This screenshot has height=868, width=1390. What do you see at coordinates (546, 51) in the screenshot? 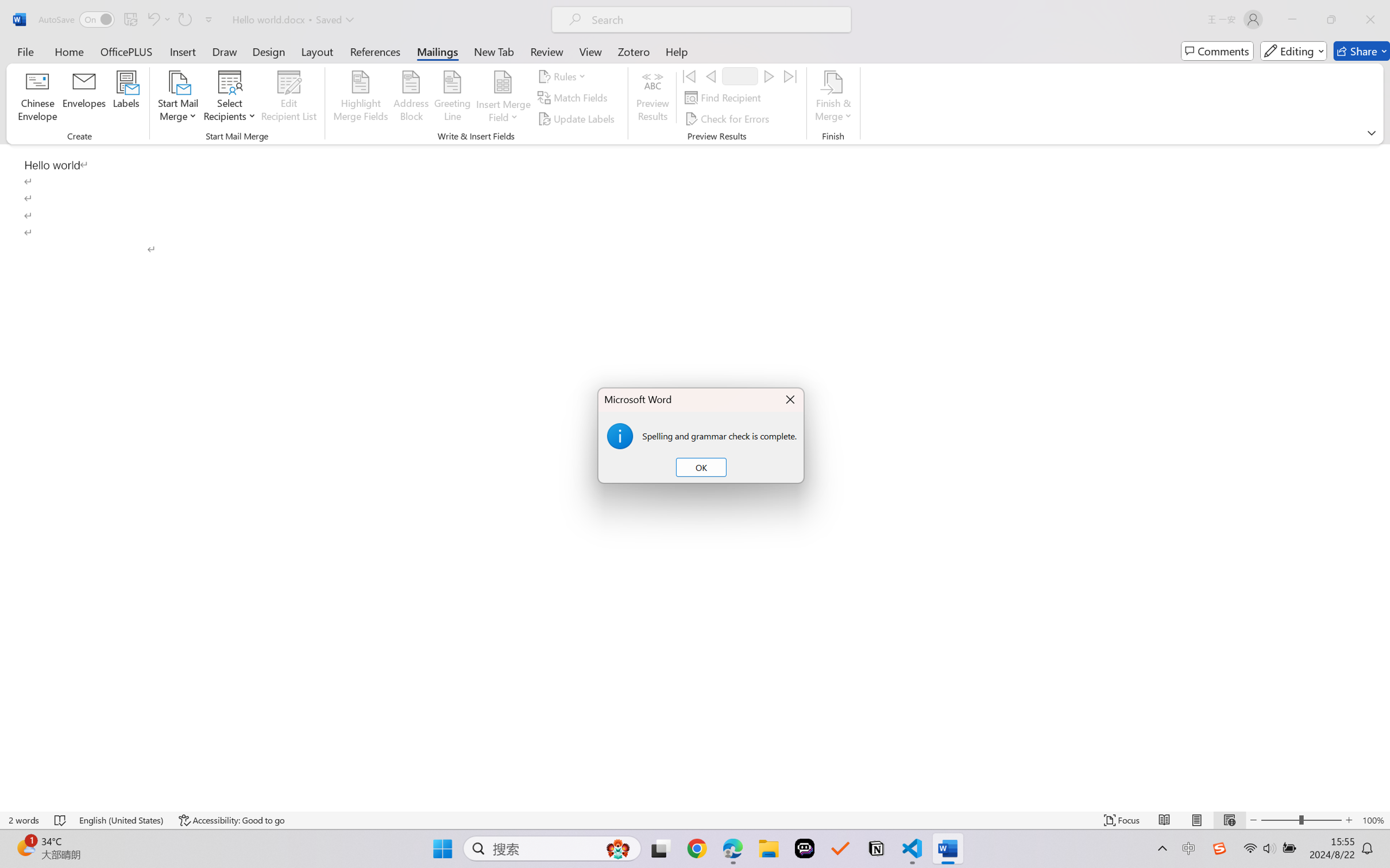
I see `'Review'` at bounding box center [546, 51].